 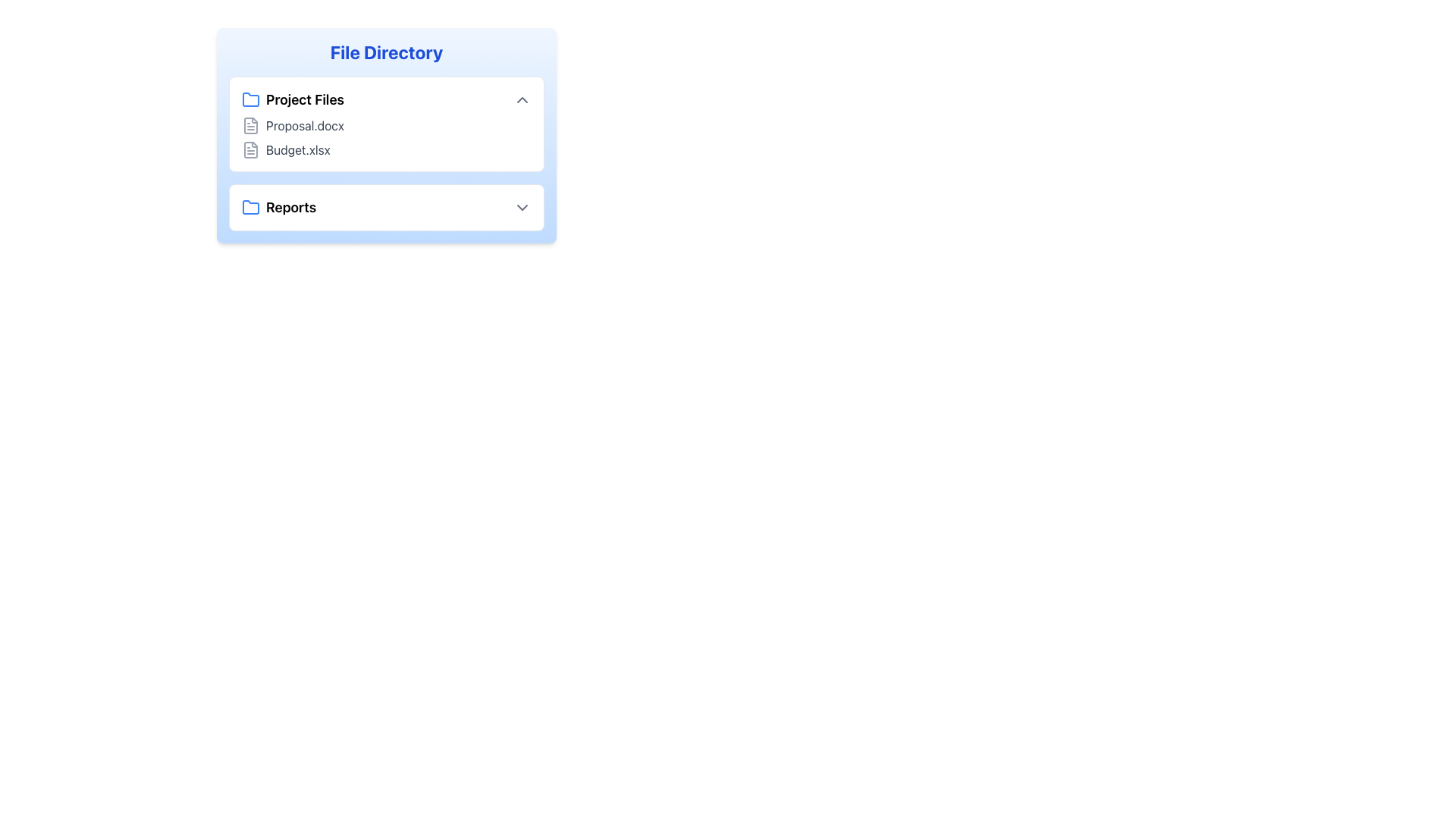 What do you see at coordinates (386, 124) in the screenshot?
I see `the list item representing the document named 'Proposal.docx' in the 'Project Files' section` at bounding box center [386, 124].